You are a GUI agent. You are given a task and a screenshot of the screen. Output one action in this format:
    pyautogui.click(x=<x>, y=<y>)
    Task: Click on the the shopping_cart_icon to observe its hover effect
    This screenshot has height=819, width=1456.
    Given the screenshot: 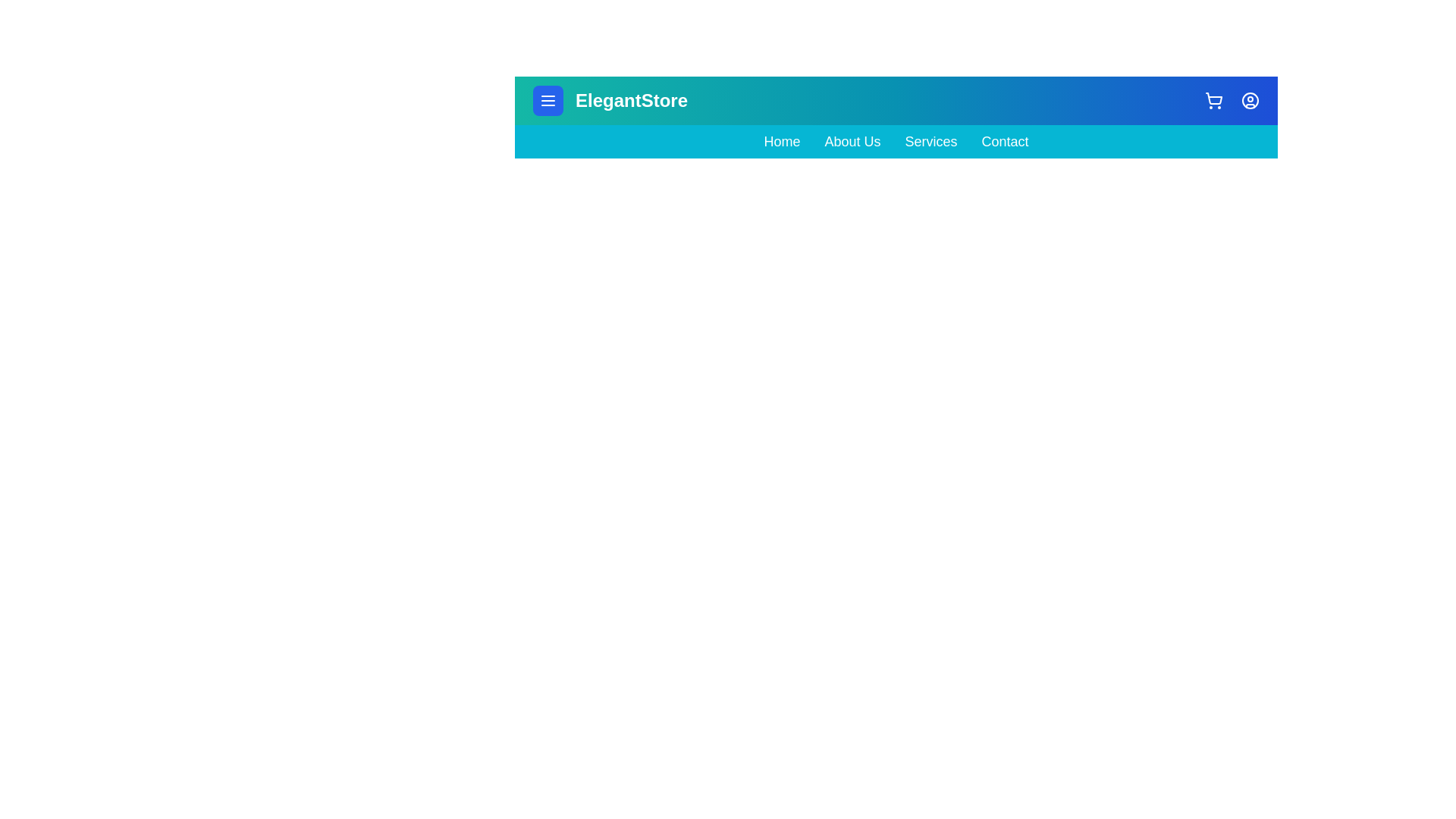 What is the action you would take?
    pyautogui.click(x=1214, y=100)
    